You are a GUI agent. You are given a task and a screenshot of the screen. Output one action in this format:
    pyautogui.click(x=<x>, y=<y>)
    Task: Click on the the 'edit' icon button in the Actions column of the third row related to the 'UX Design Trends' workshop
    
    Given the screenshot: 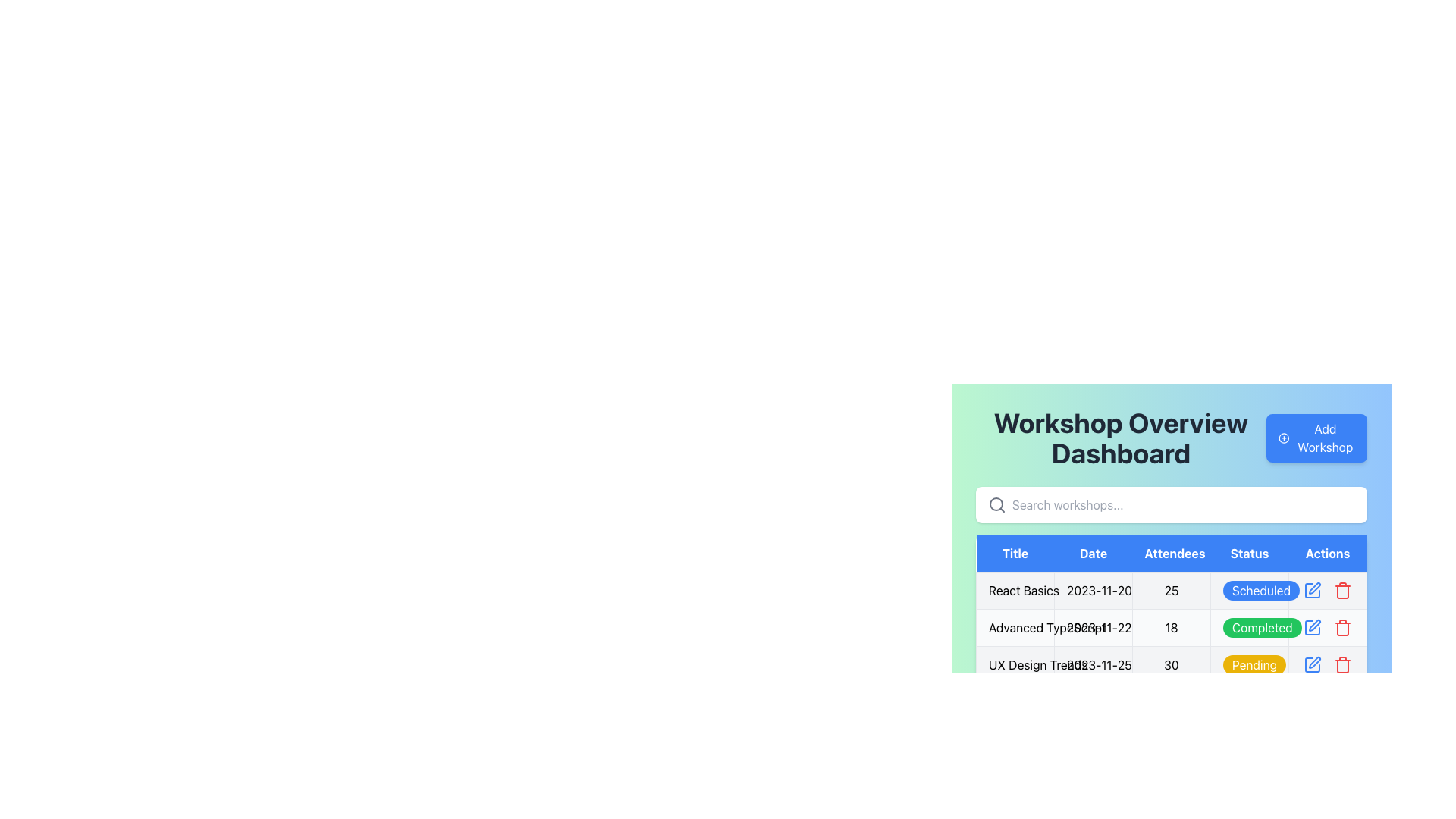 What is the action you would take?
    pyautogui.click(x=1313, y=662)
    